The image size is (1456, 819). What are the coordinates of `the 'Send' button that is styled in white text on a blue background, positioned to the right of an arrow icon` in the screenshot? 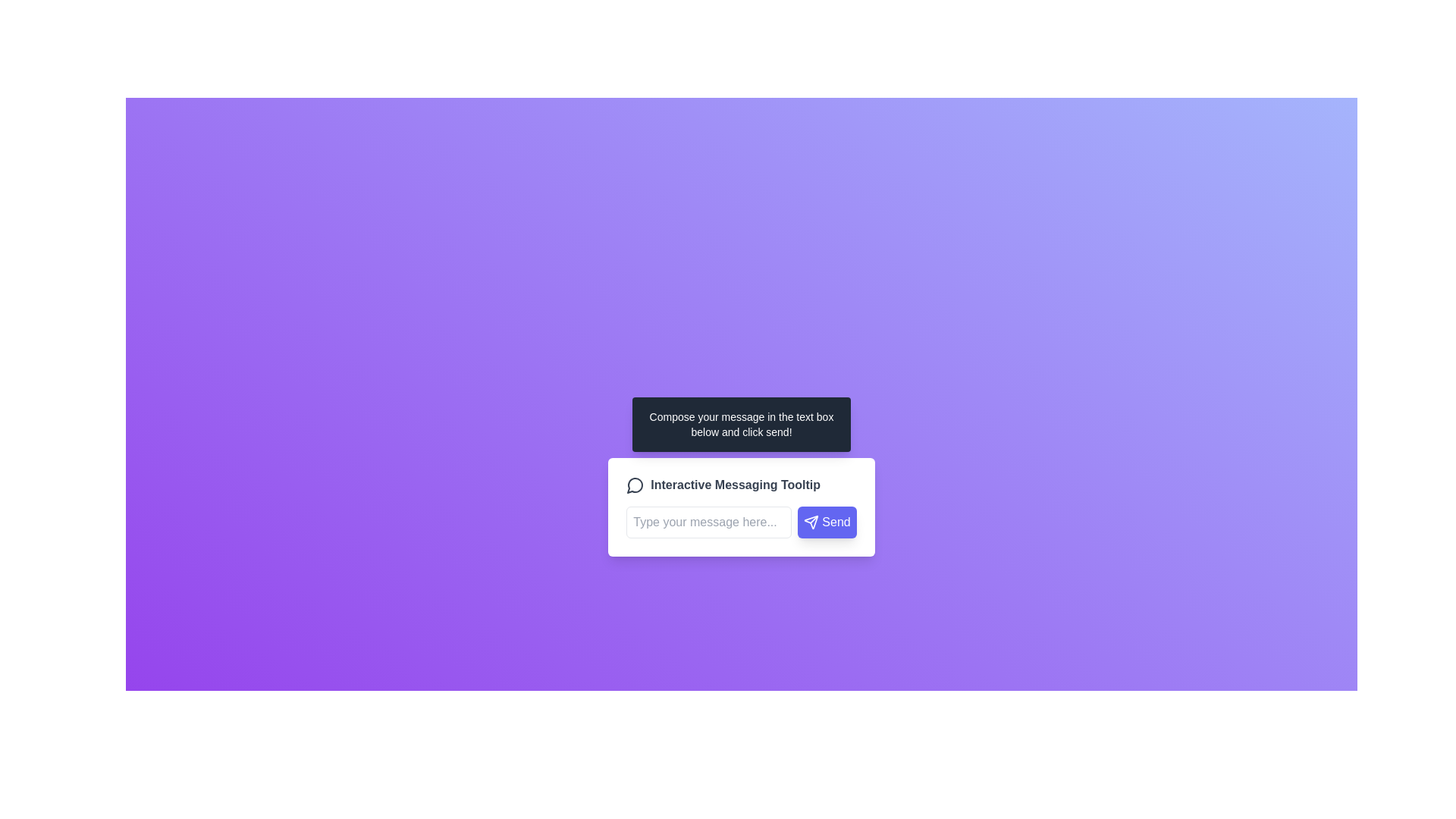 It's located at (836, 522).